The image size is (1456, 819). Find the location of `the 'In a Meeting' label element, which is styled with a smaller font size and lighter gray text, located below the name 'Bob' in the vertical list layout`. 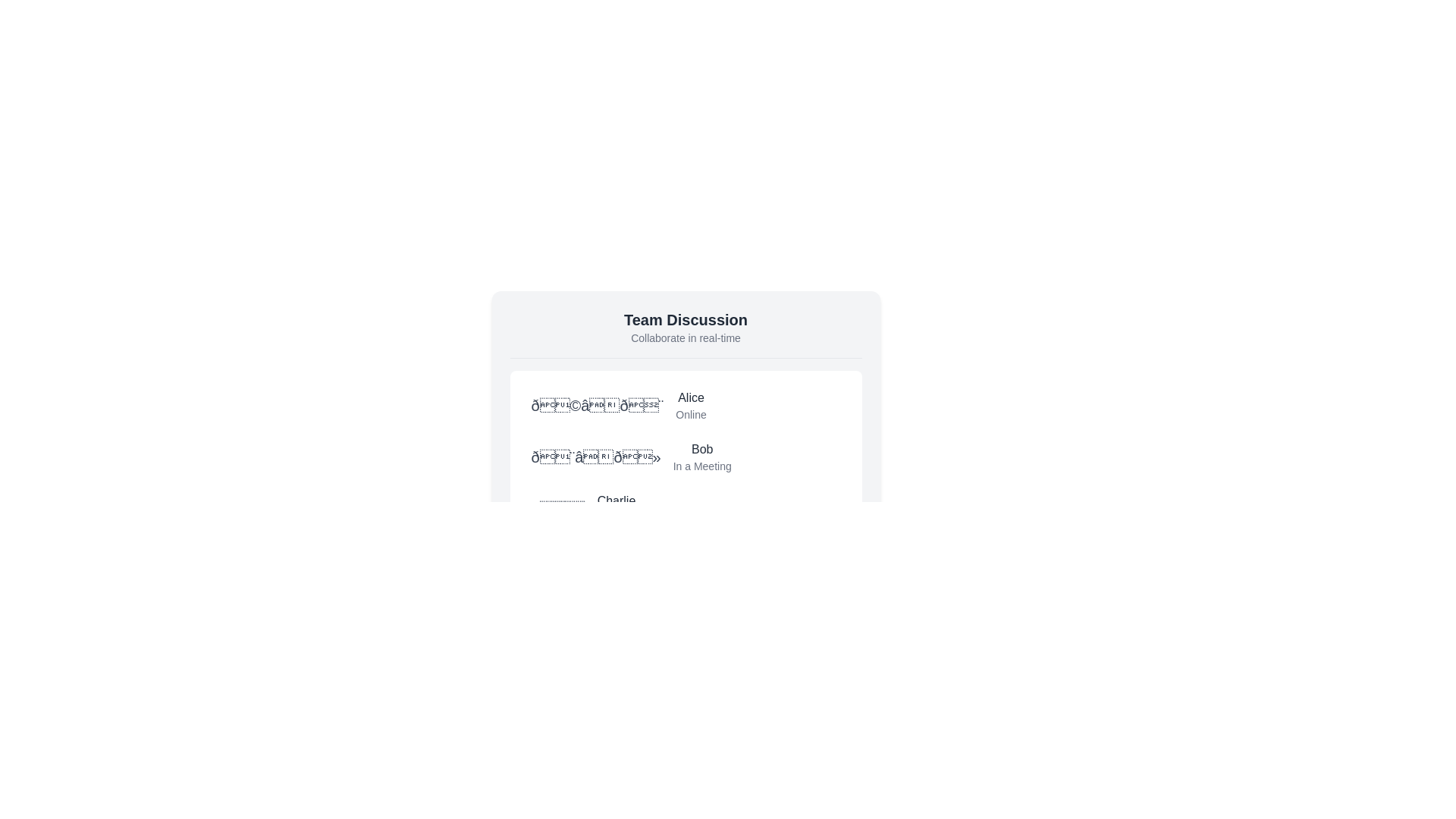

the 'In a Meeting' label element, which is styled with a smaller font size and lighter gray text, located below the name 'Bob' in the vertical list layout is located at coordinates (701, 465).